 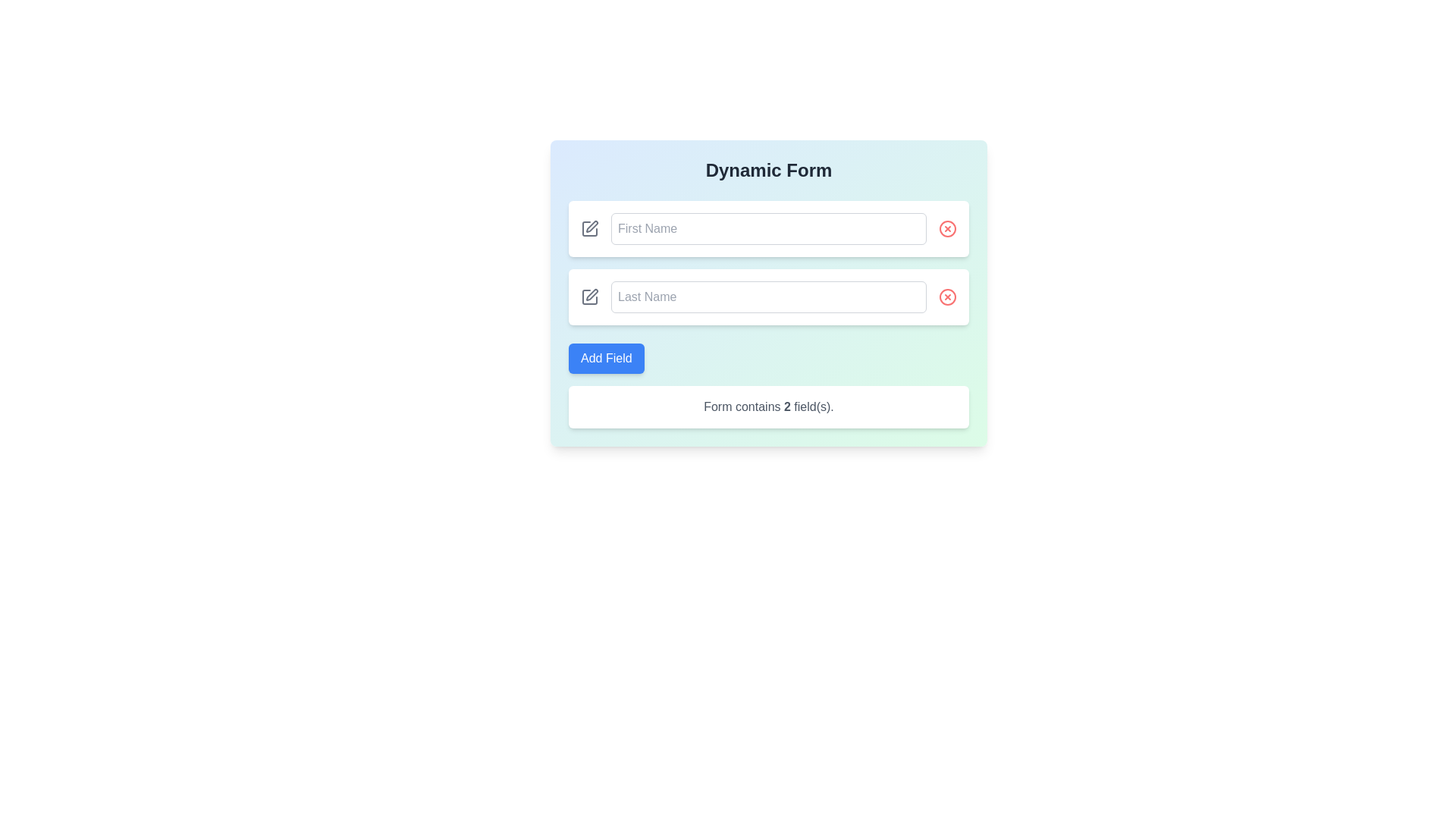 I want to click on the decorative SVG Graphic Icon indicating the adjacent 'First Name' input field is editable, so click(x=591, y=227).